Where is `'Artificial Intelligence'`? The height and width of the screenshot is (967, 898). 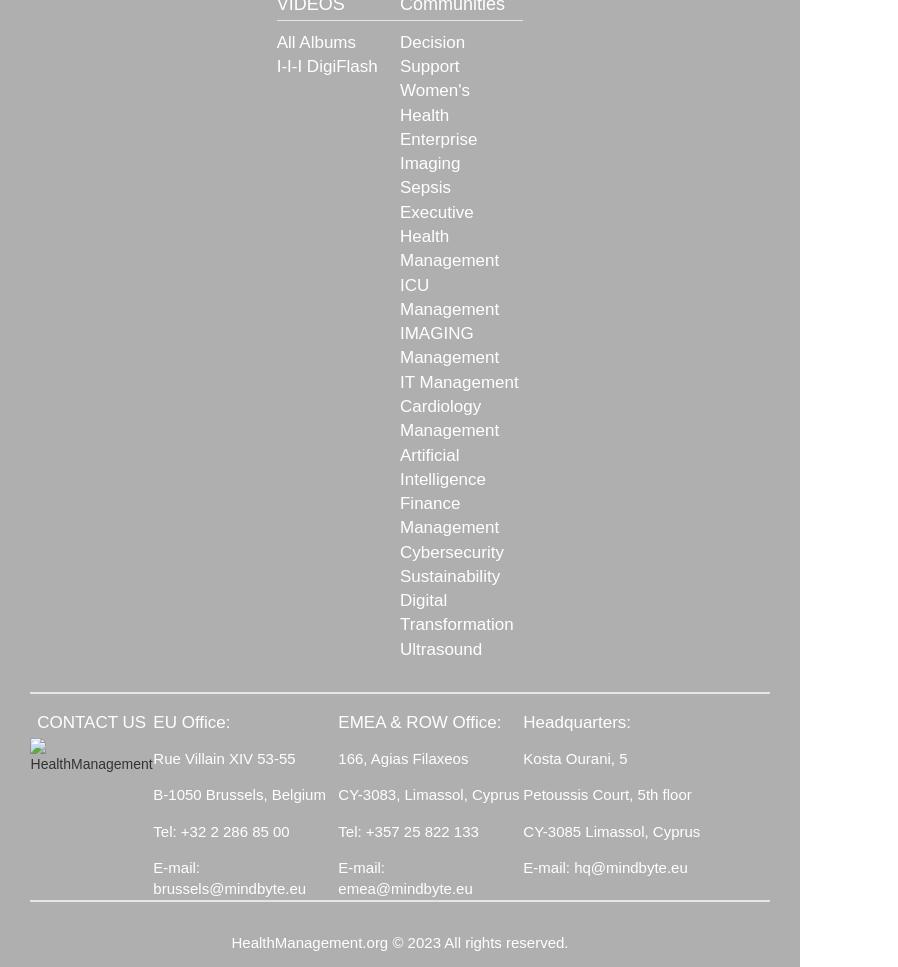
'Artificial Intelligence' is located at coordinates (442, 466).